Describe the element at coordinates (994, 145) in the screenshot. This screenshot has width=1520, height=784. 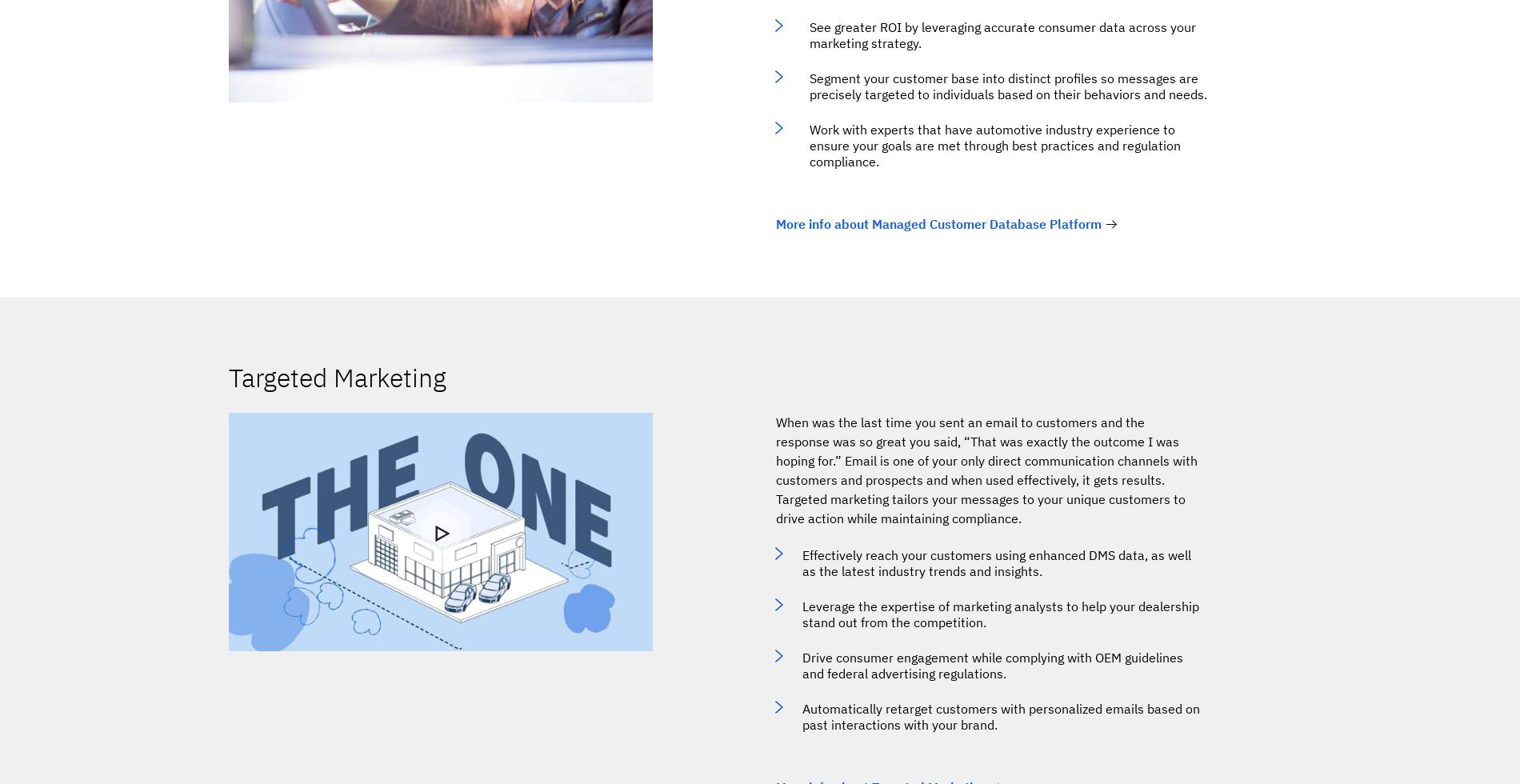
I see `'Work with experts that have automotive industry experience to ensure your goals are met through best practices and regulation compliance.'` at that location.